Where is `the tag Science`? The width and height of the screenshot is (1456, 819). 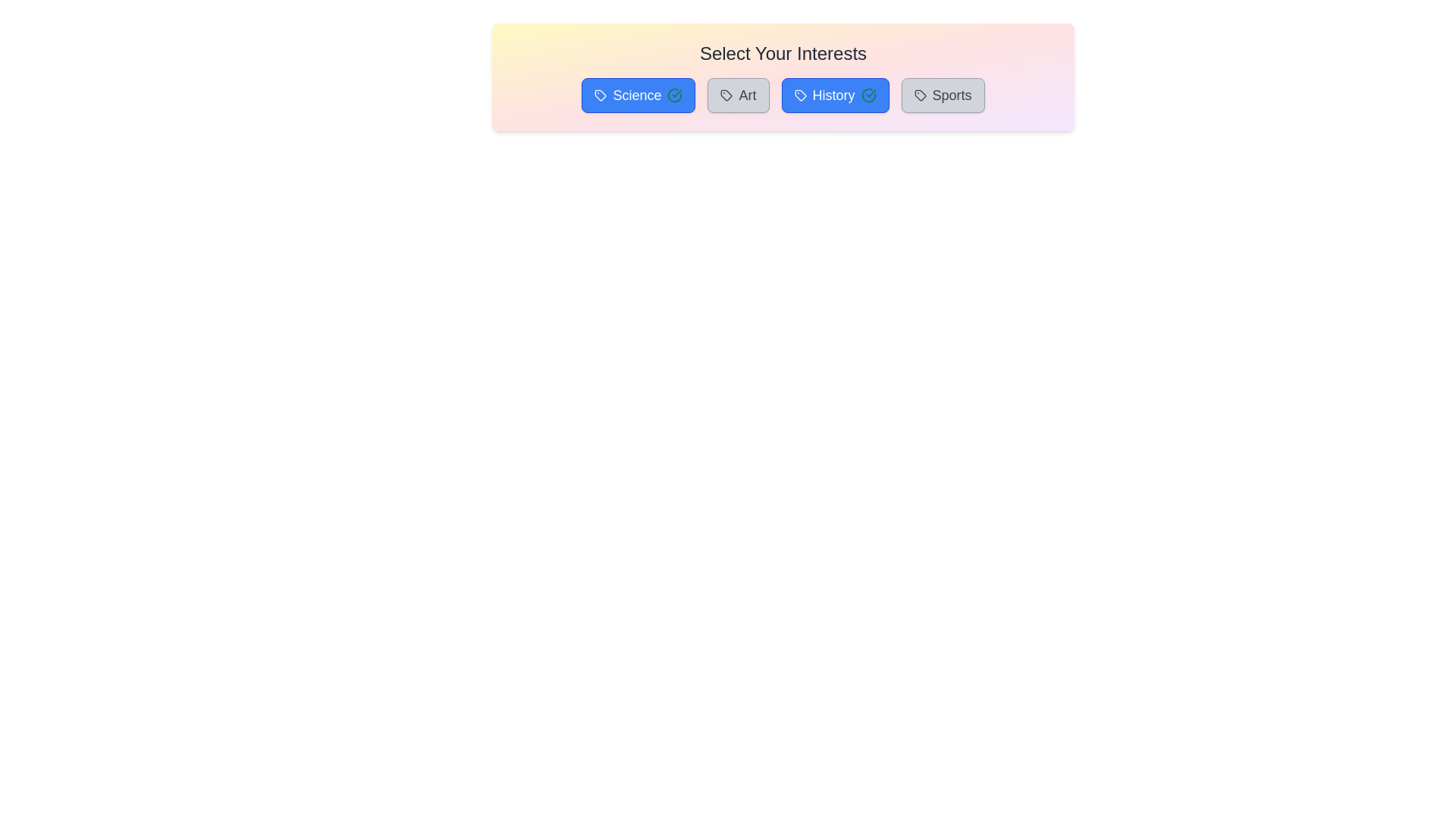
the tag Science is located at coordinates (638, 96).